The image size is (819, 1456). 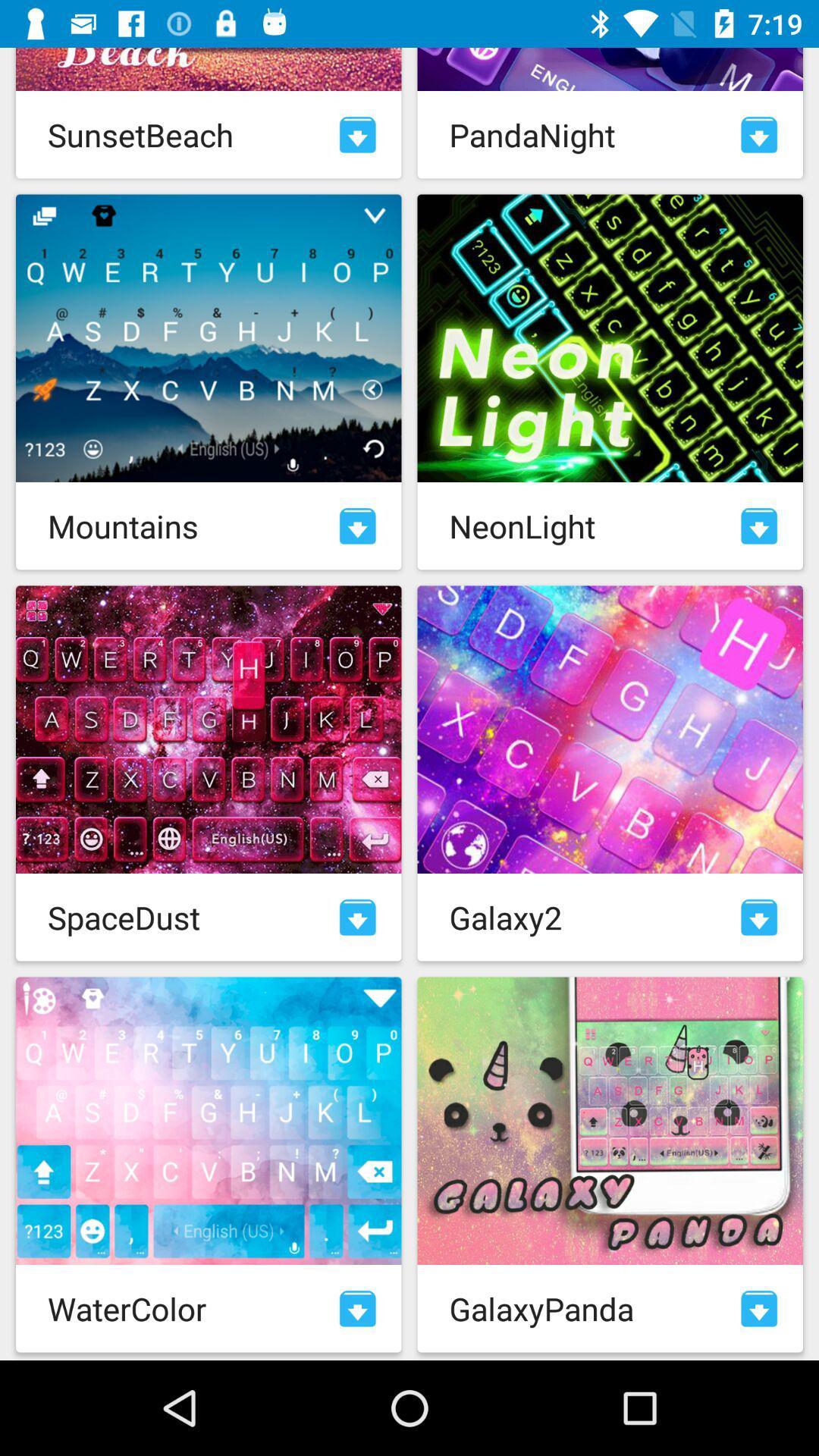 I want to click on option, so click(x=759, y=526).